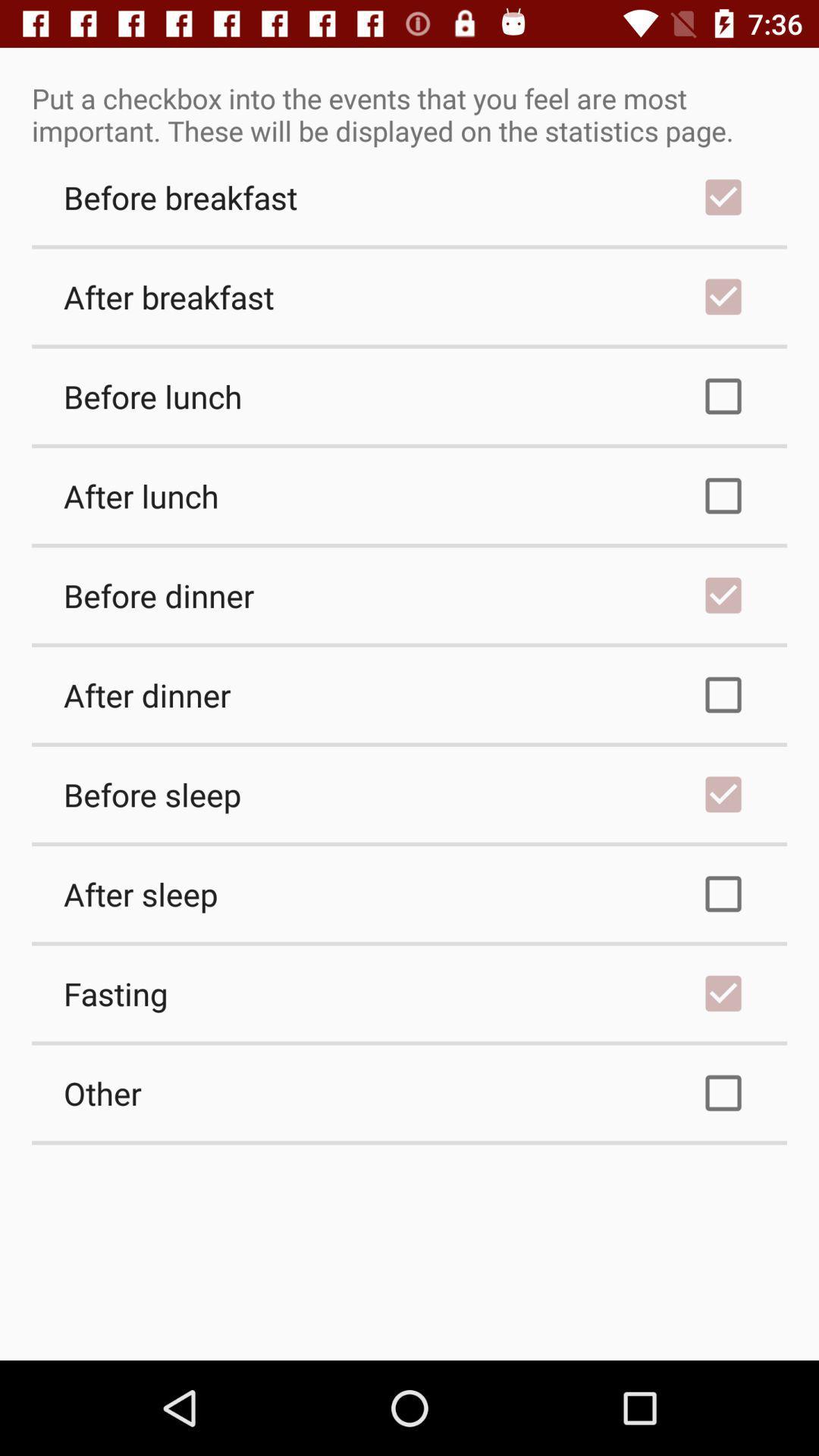 The height and width of the screenshot is (1456, 819). I want to click on item below the before breakfast icon, so click(409, 297).